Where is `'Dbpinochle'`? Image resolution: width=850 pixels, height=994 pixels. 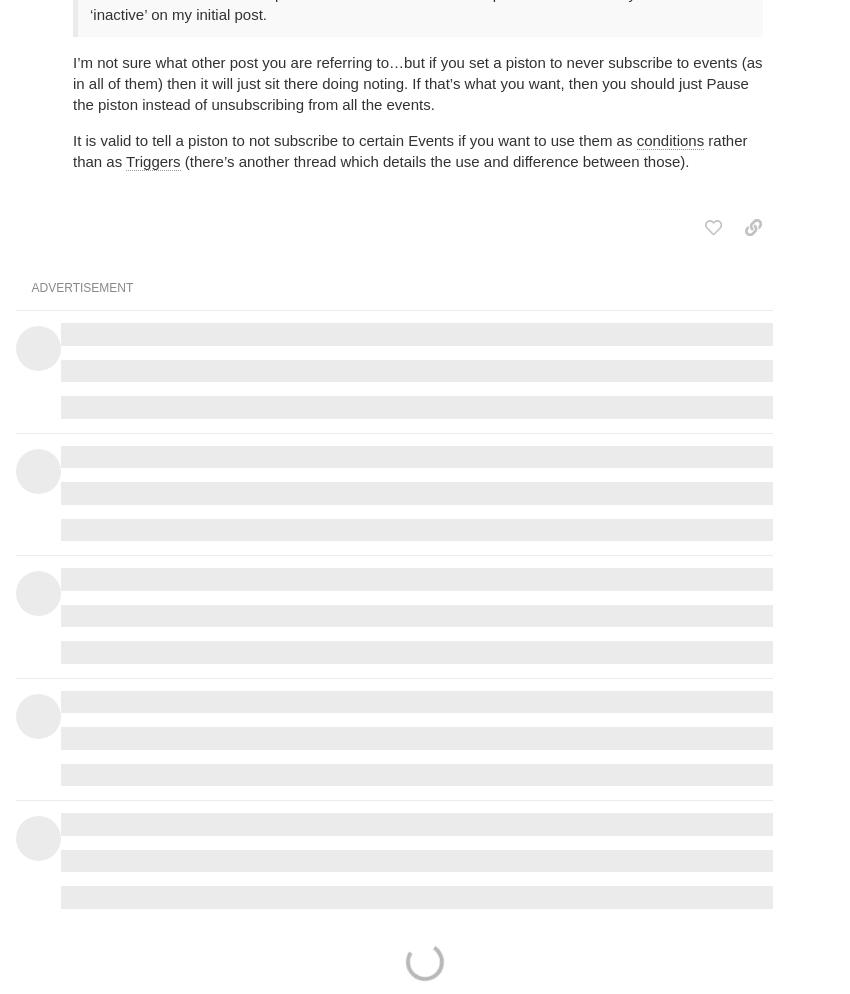
'Dbpinochle' is located at coordinates (645, 246).